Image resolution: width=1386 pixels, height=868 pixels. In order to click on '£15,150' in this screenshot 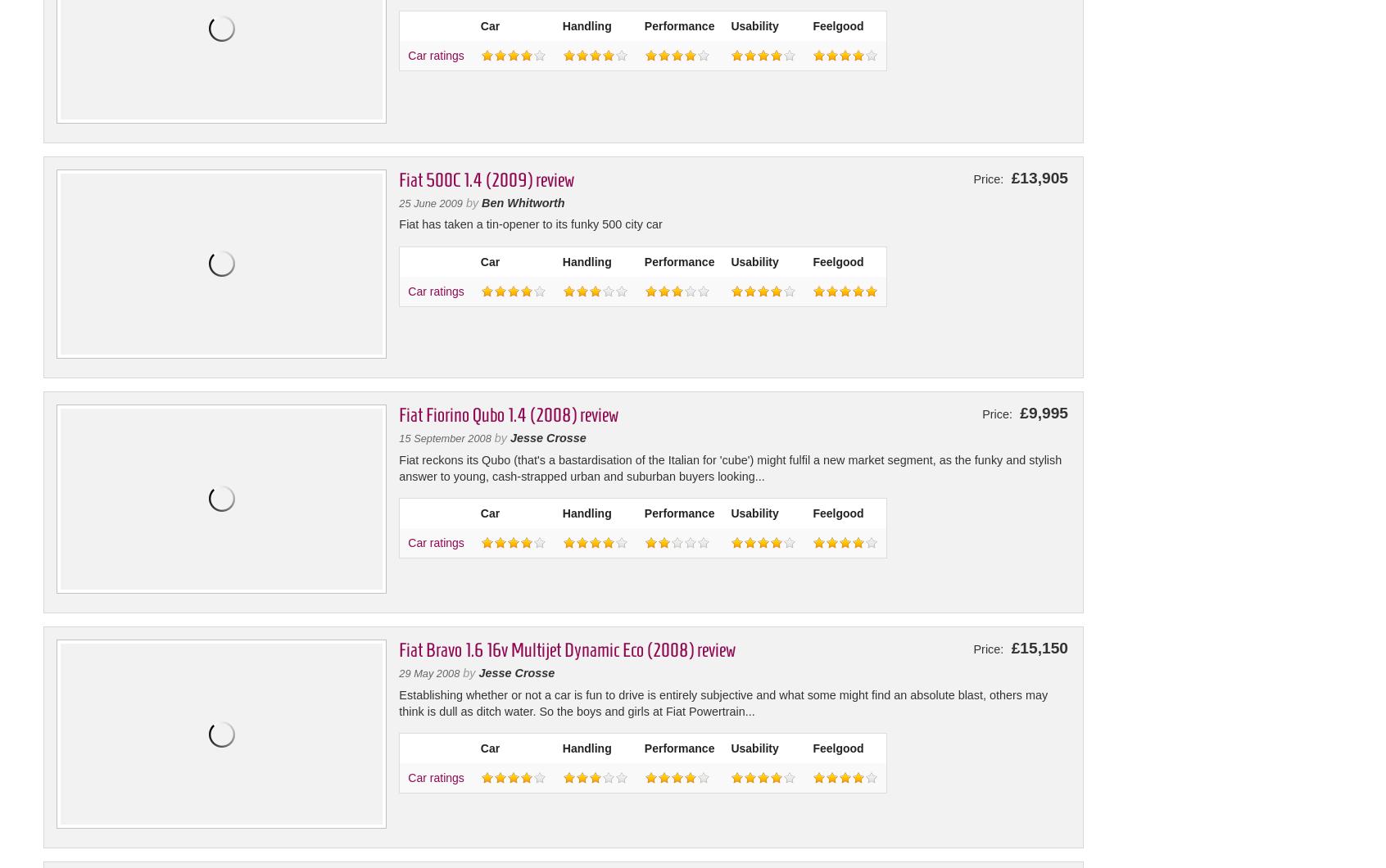, I will do `click(1037, 647)`.